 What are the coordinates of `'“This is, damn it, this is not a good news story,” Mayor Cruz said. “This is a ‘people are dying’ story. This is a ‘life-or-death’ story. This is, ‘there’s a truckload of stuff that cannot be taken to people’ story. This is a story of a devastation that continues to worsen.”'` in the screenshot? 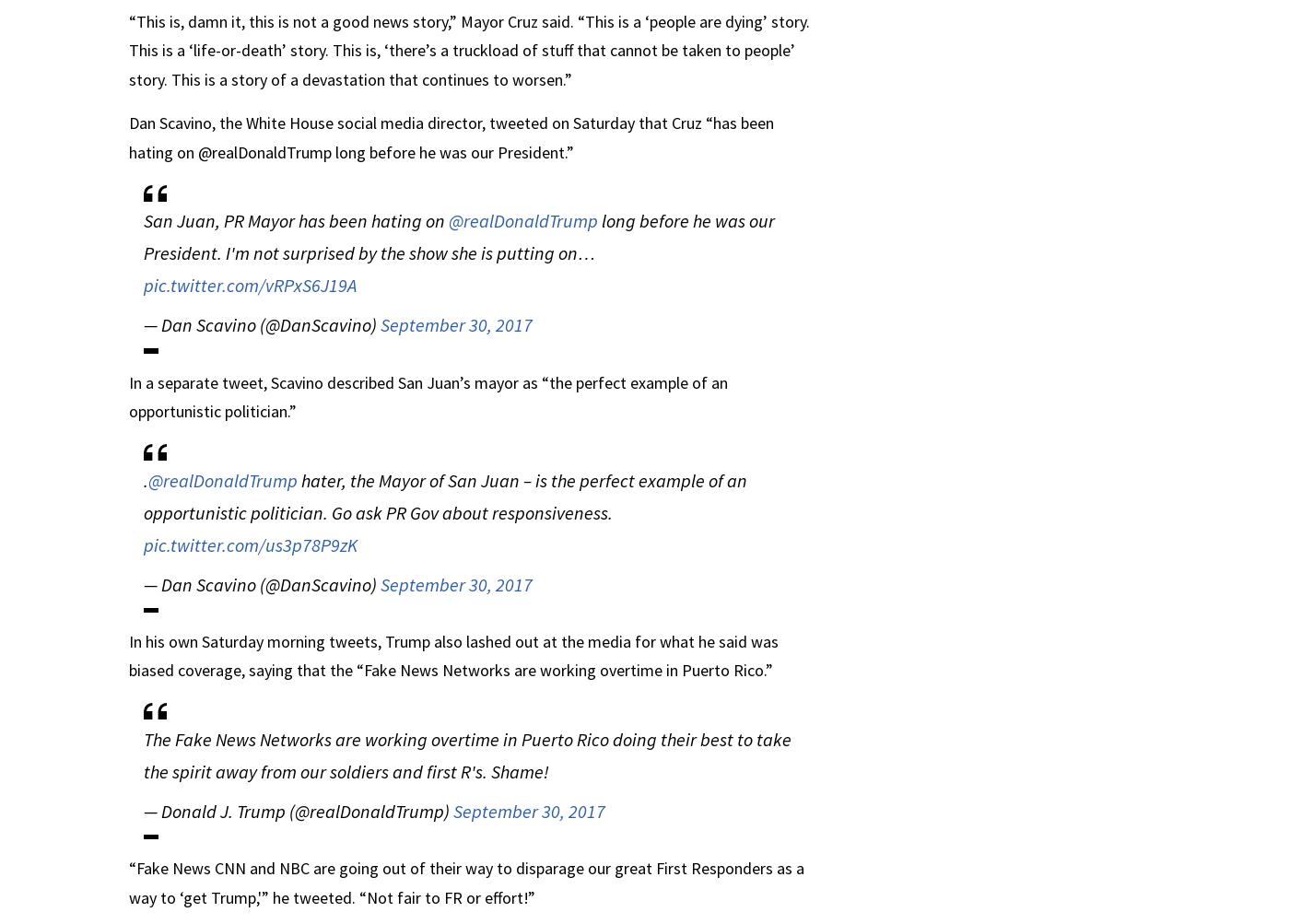 It's located at (468, 49).